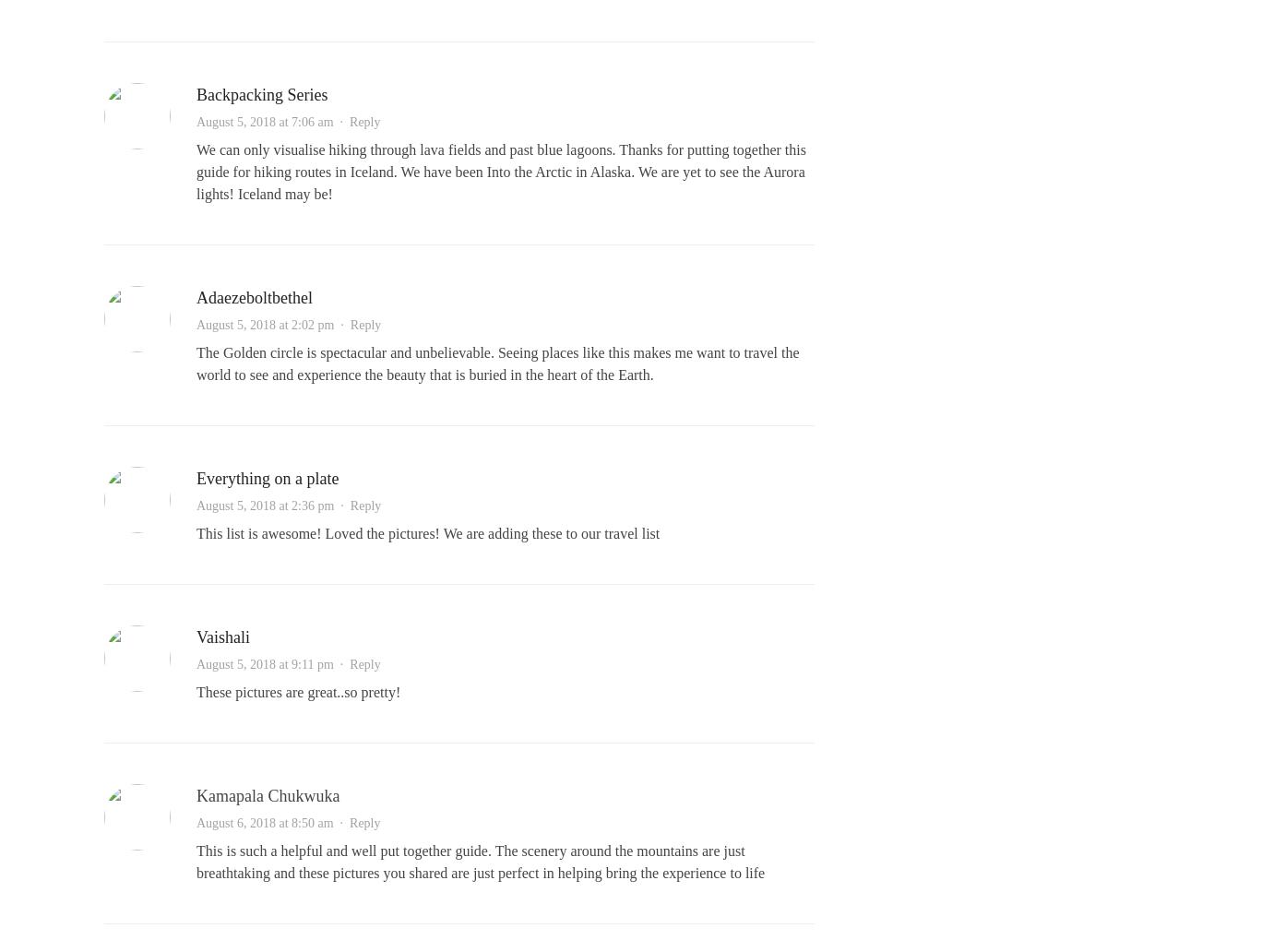 Image resolution: width=1274 pixels, height=952 pixels. I want to click on 'August 5, 2018 at 2:36 pm', so click(265, 506).